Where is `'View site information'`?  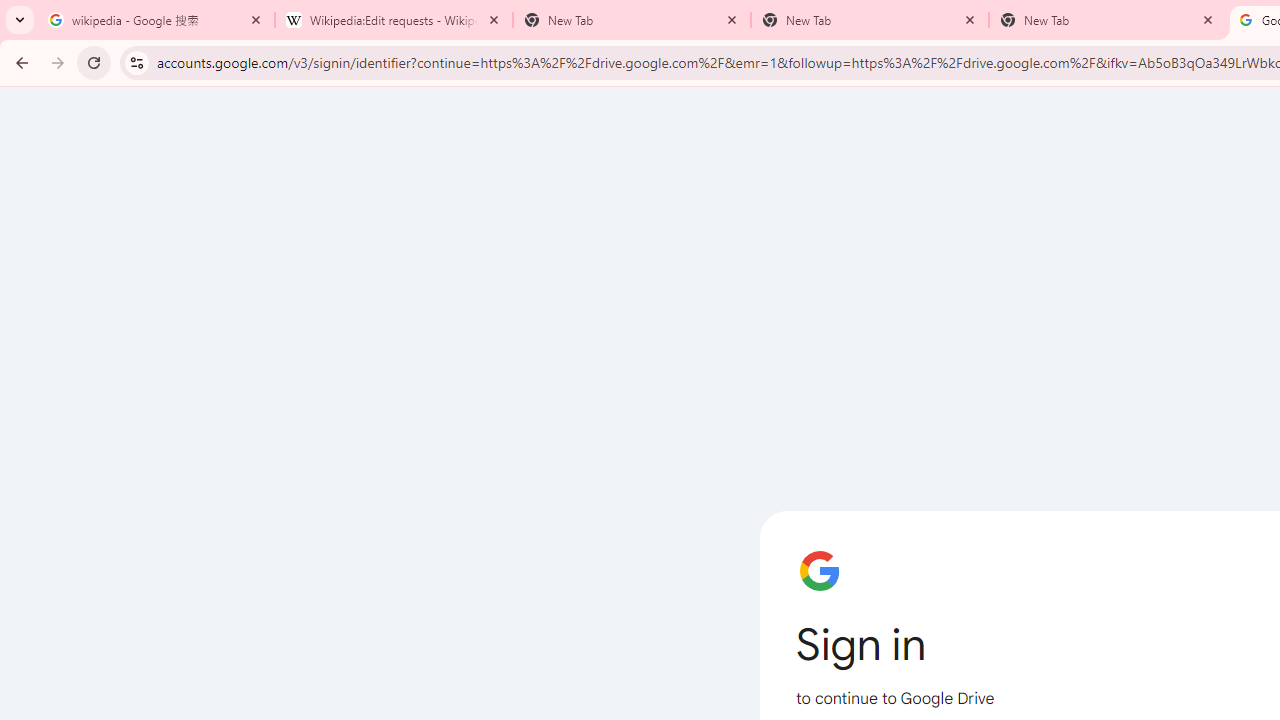 'View site information' is located at coordinates (135, 61).